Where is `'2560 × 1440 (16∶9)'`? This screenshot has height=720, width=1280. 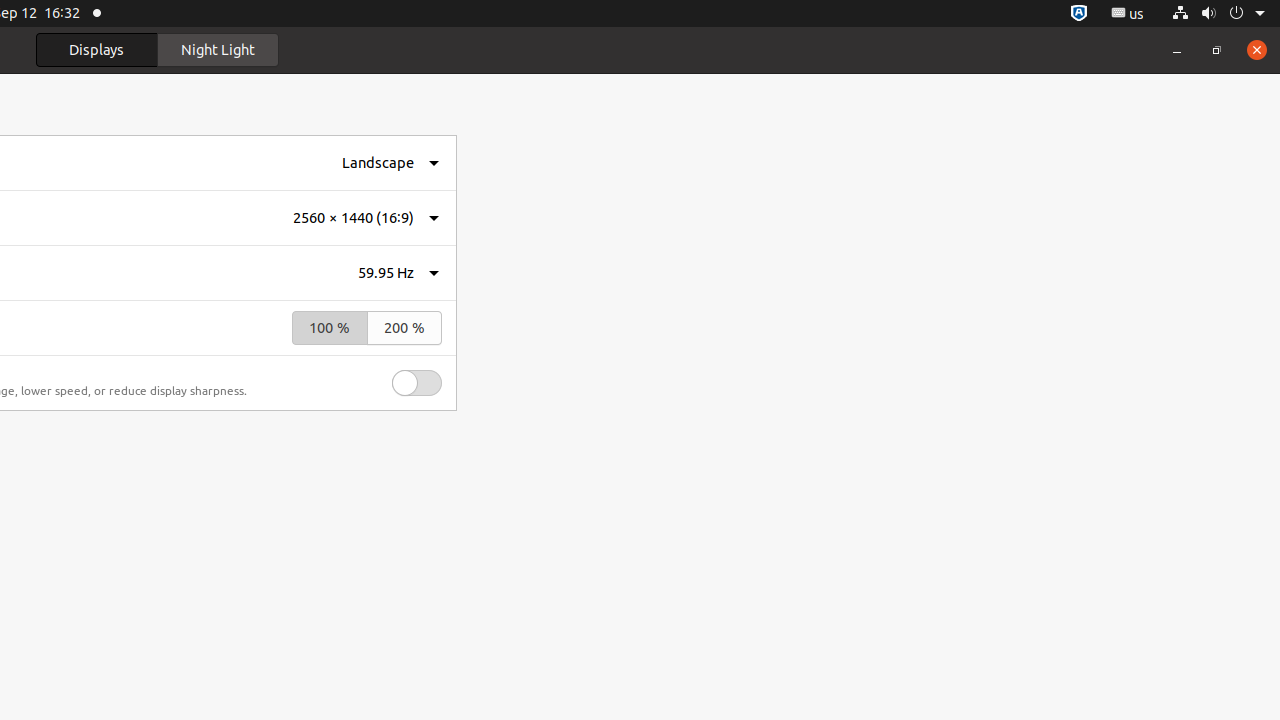 '2560 × 1440 (16∶9)' is located at coordinates (353, 218).